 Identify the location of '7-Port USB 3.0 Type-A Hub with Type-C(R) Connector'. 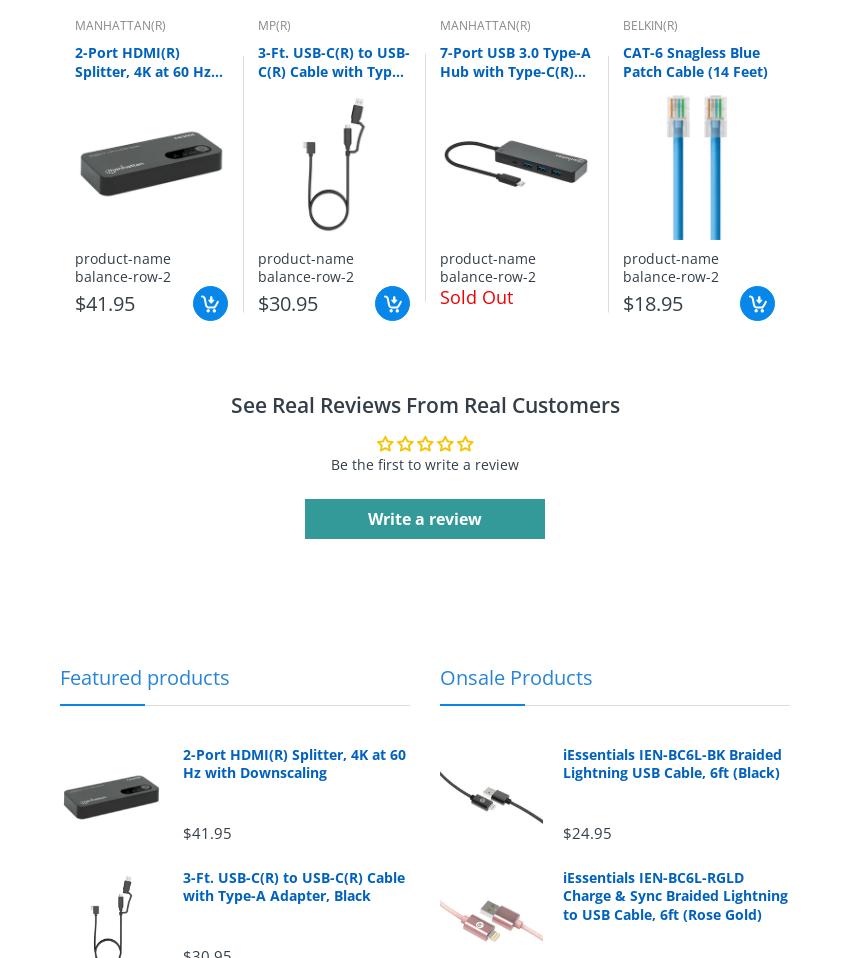
(514, 69).